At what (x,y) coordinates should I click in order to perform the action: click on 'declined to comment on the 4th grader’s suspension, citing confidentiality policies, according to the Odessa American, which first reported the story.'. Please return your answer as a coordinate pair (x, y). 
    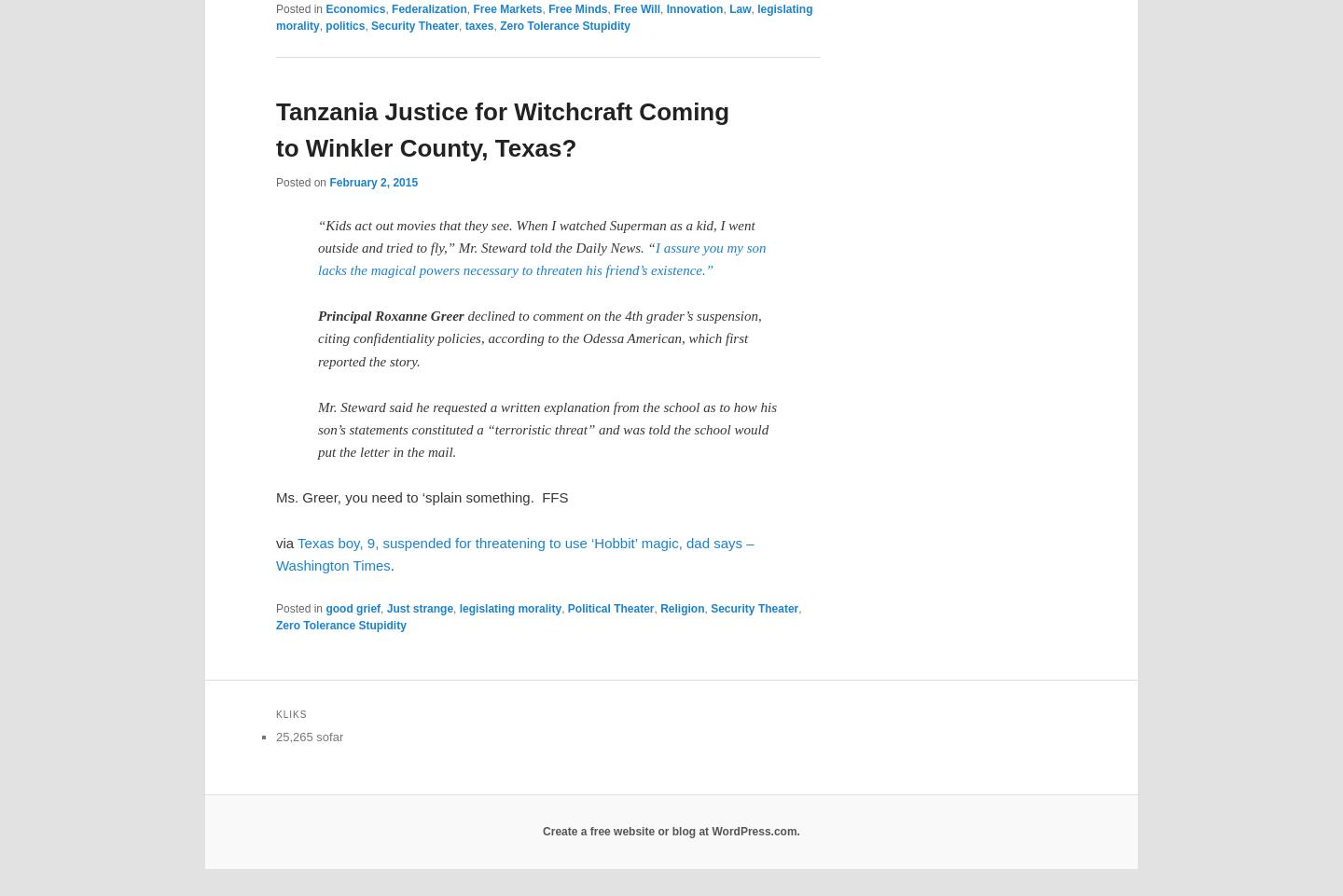
    Looking at the image, I should click on (539, 337).